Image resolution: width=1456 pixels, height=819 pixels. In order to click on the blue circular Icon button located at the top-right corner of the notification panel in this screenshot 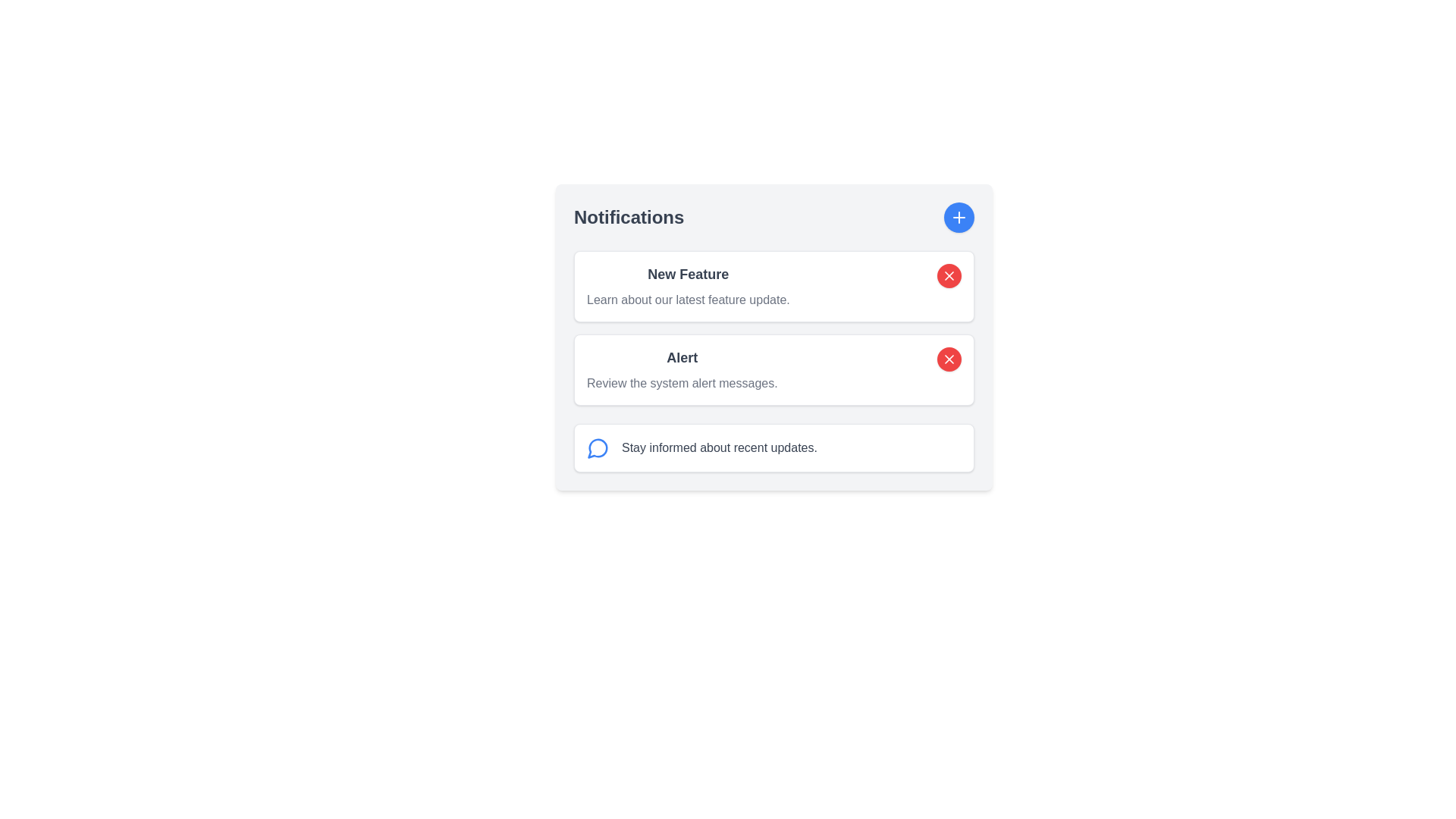, I will do `click(959, 217)`.